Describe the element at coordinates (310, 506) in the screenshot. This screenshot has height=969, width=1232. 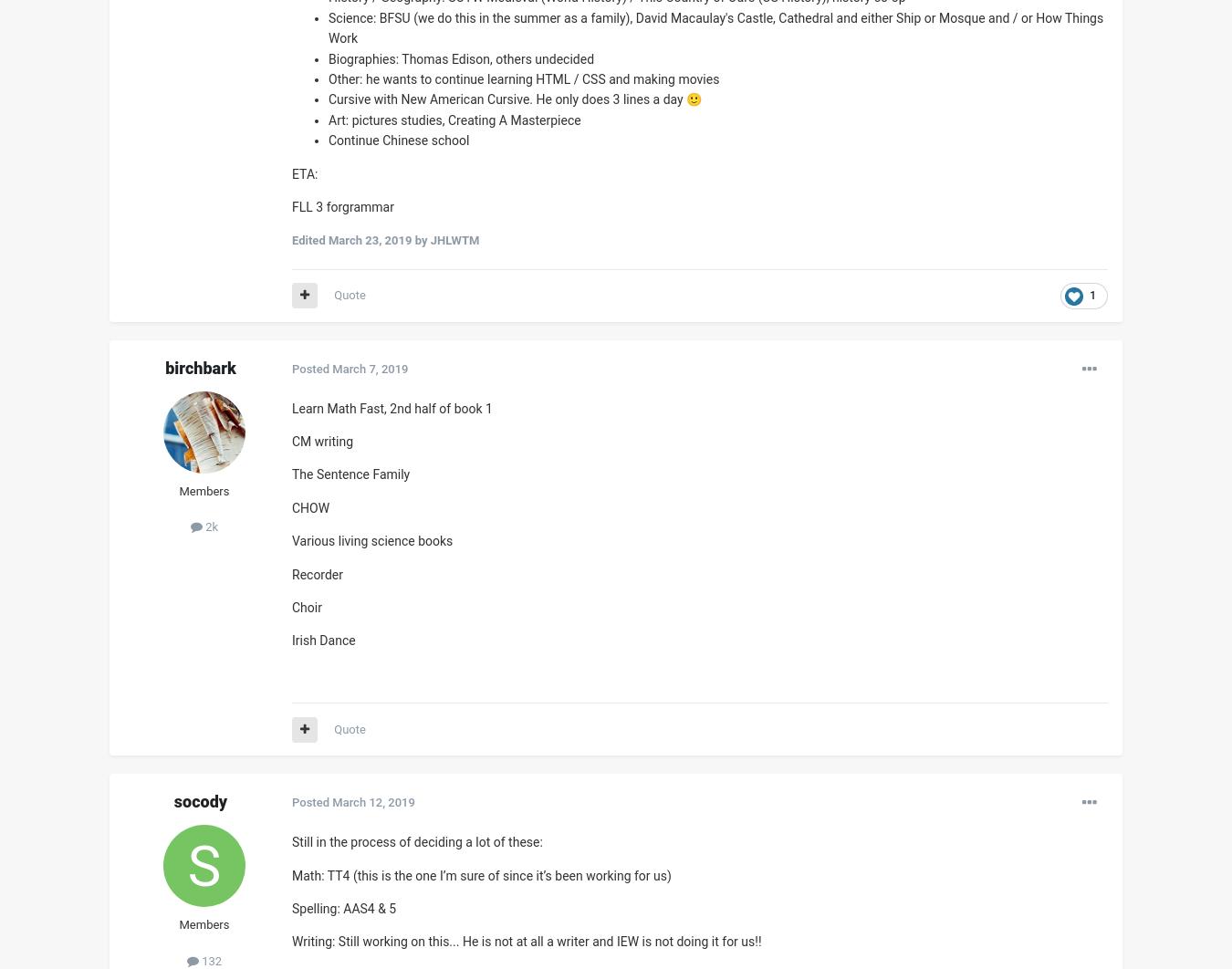
I see `'CHOW'` at that location.